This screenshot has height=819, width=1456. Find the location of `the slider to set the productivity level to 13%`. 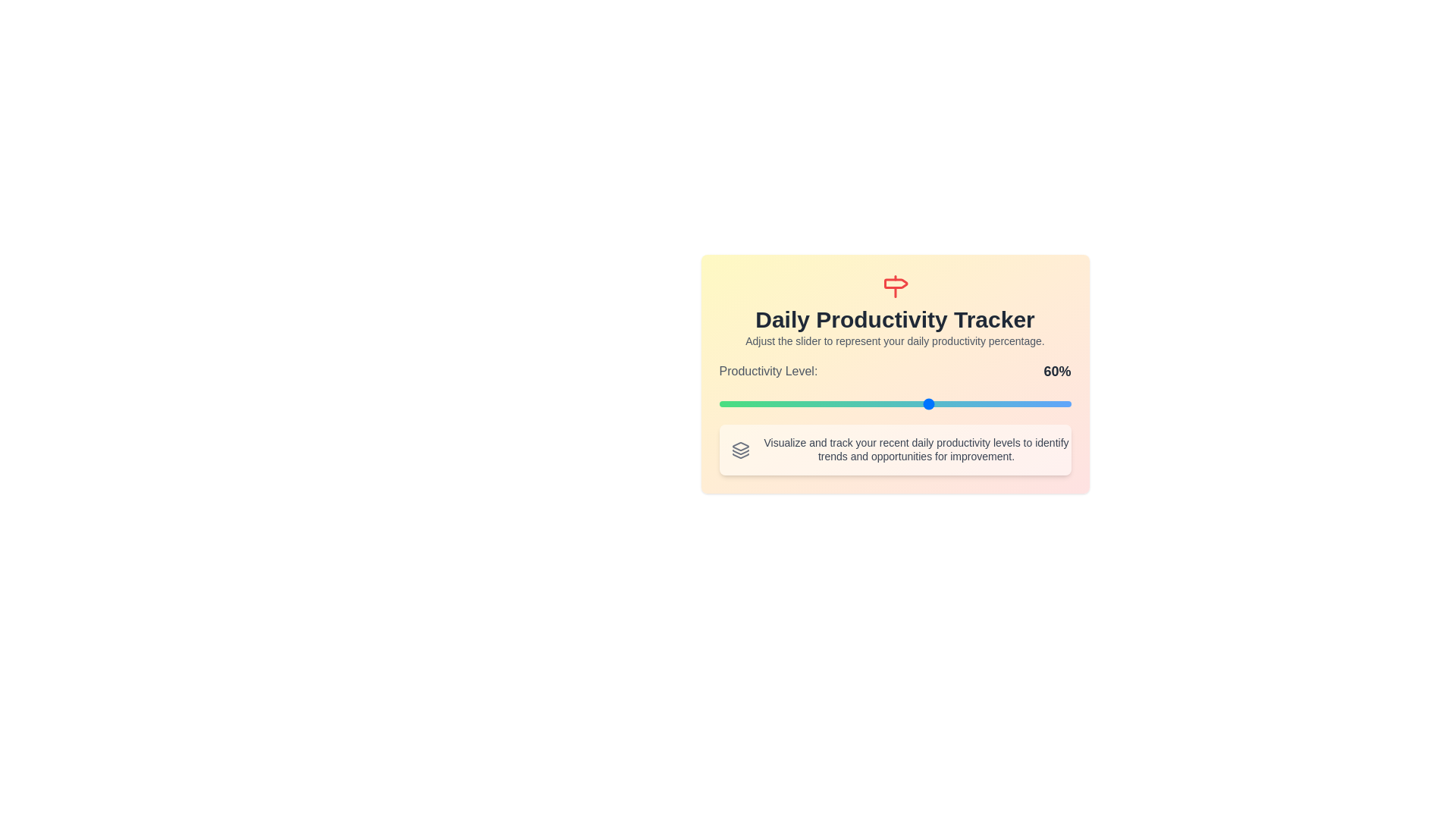

the slider to set the productivity level to 13% is located at coordinates (764, 403).